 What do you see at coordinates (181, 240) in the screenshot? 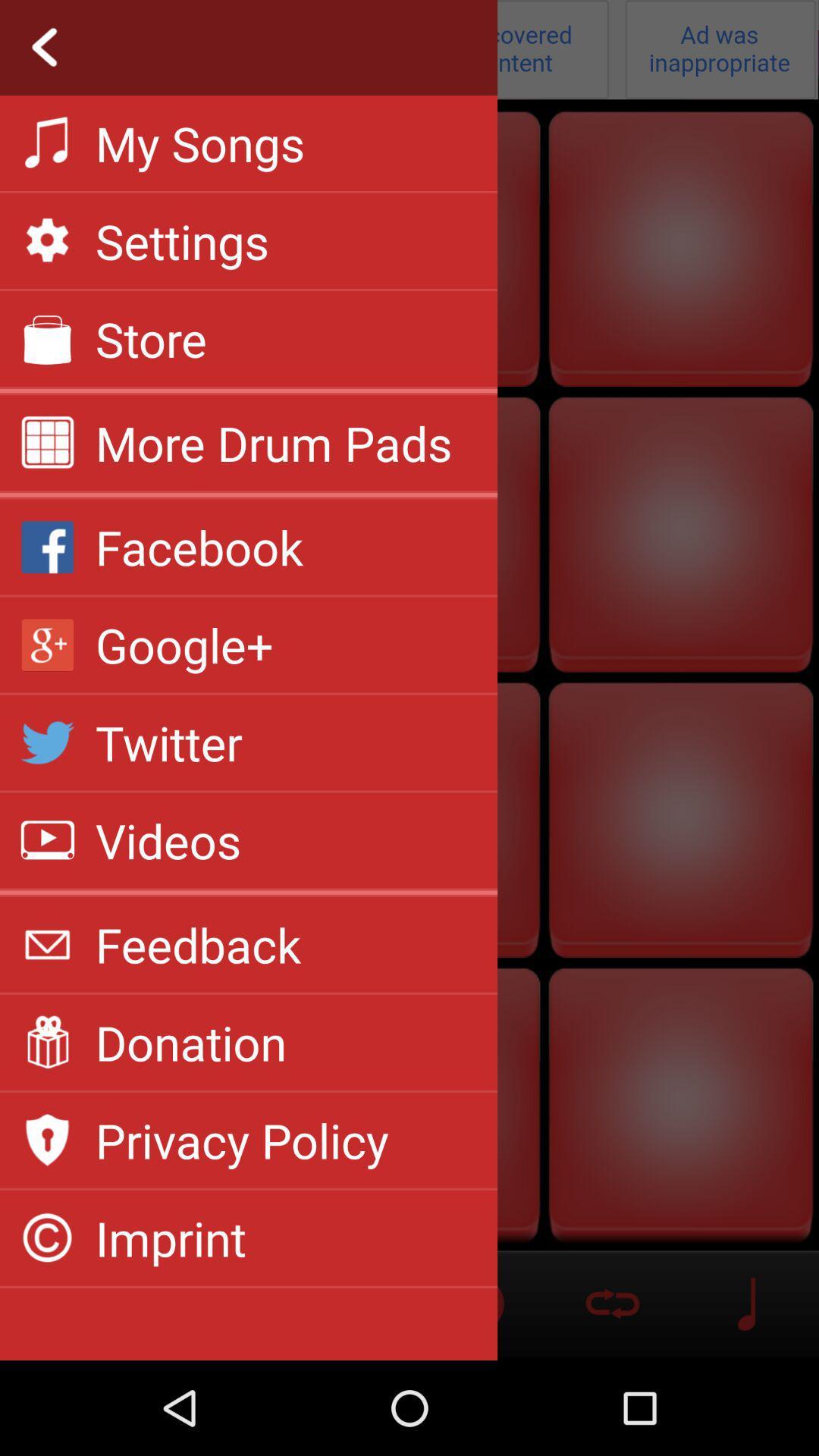
I see `the settings icon` at bounding box center [181, 240].